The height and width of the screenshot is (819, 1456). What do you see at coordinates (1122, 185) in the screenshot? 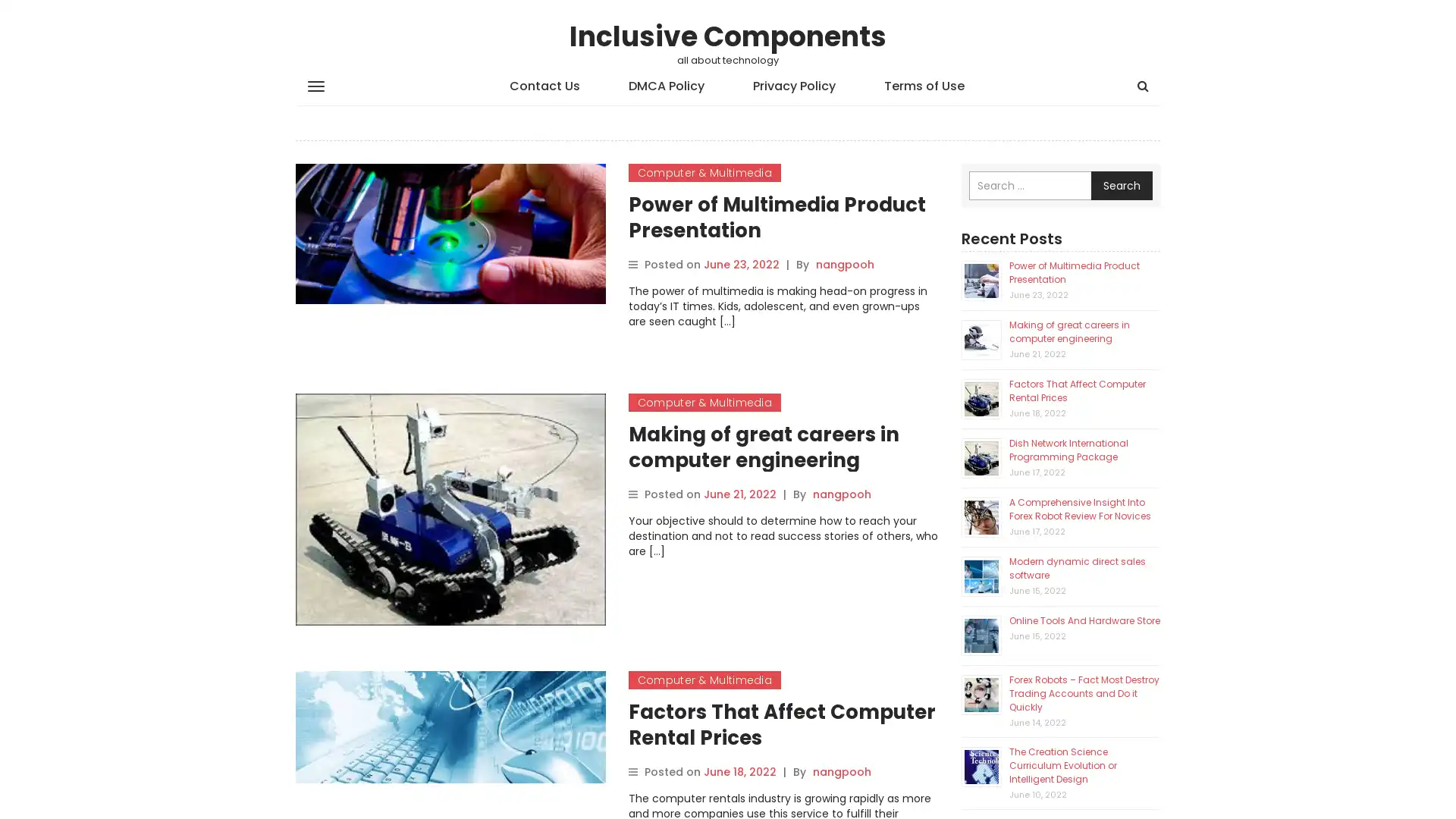
I see `Search` at bounding box center [1122, 185].